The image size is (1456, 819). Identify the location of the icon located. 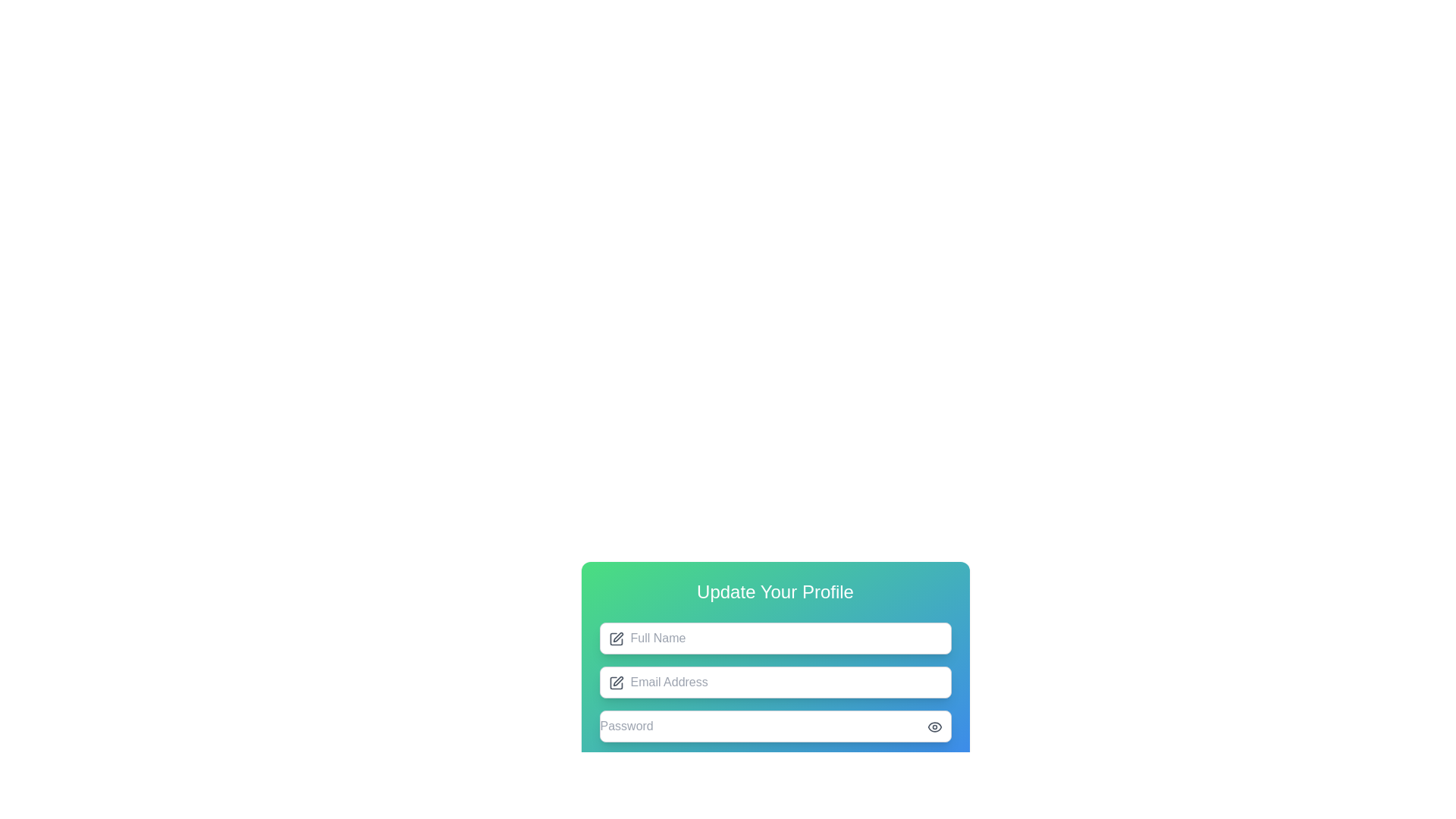
(616, 639).